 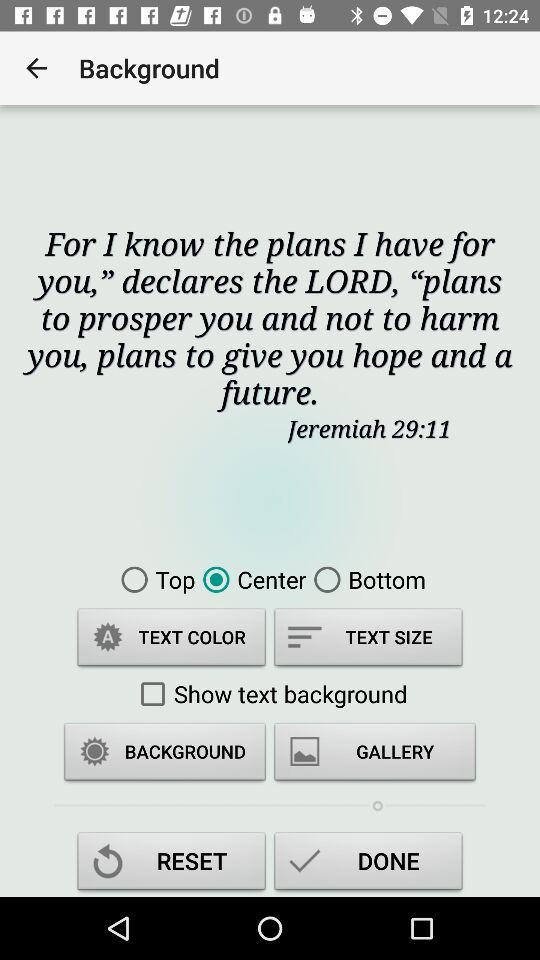 I want to click on the show text background, so click(x=269, y=694).